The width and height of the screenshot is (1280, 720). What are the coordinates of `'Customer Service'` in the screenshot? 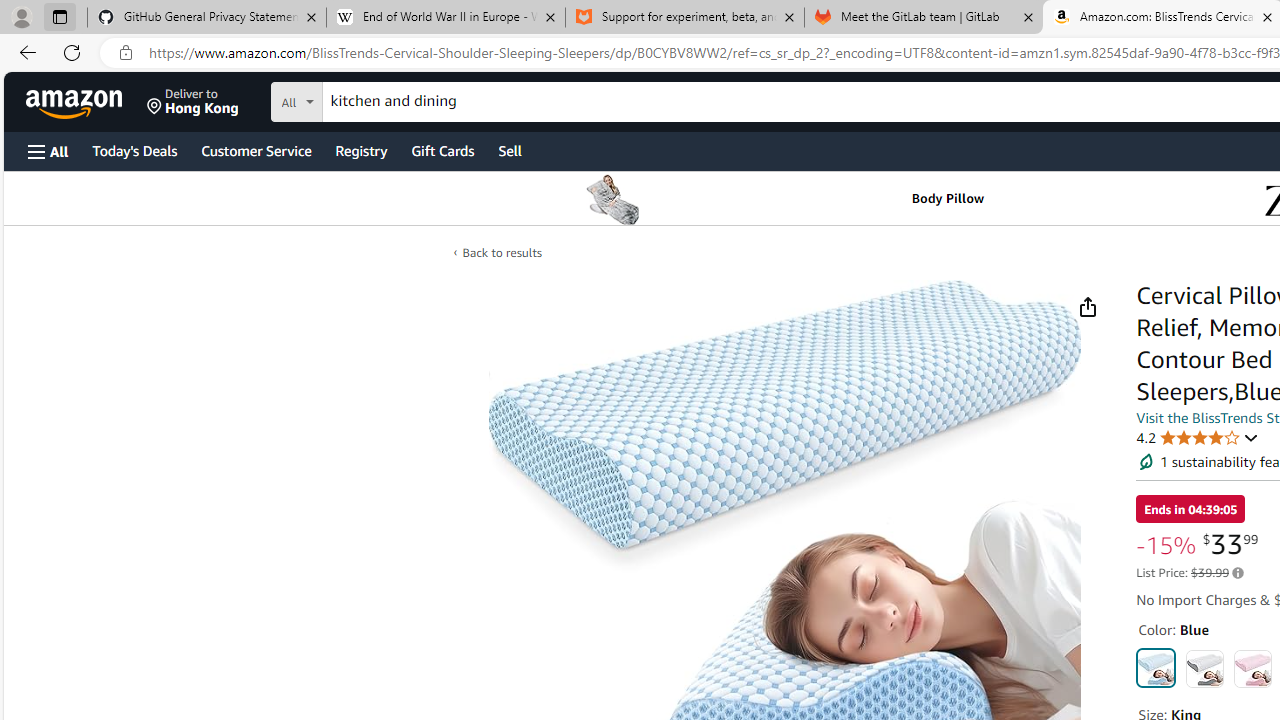 It's located at (255, 149).